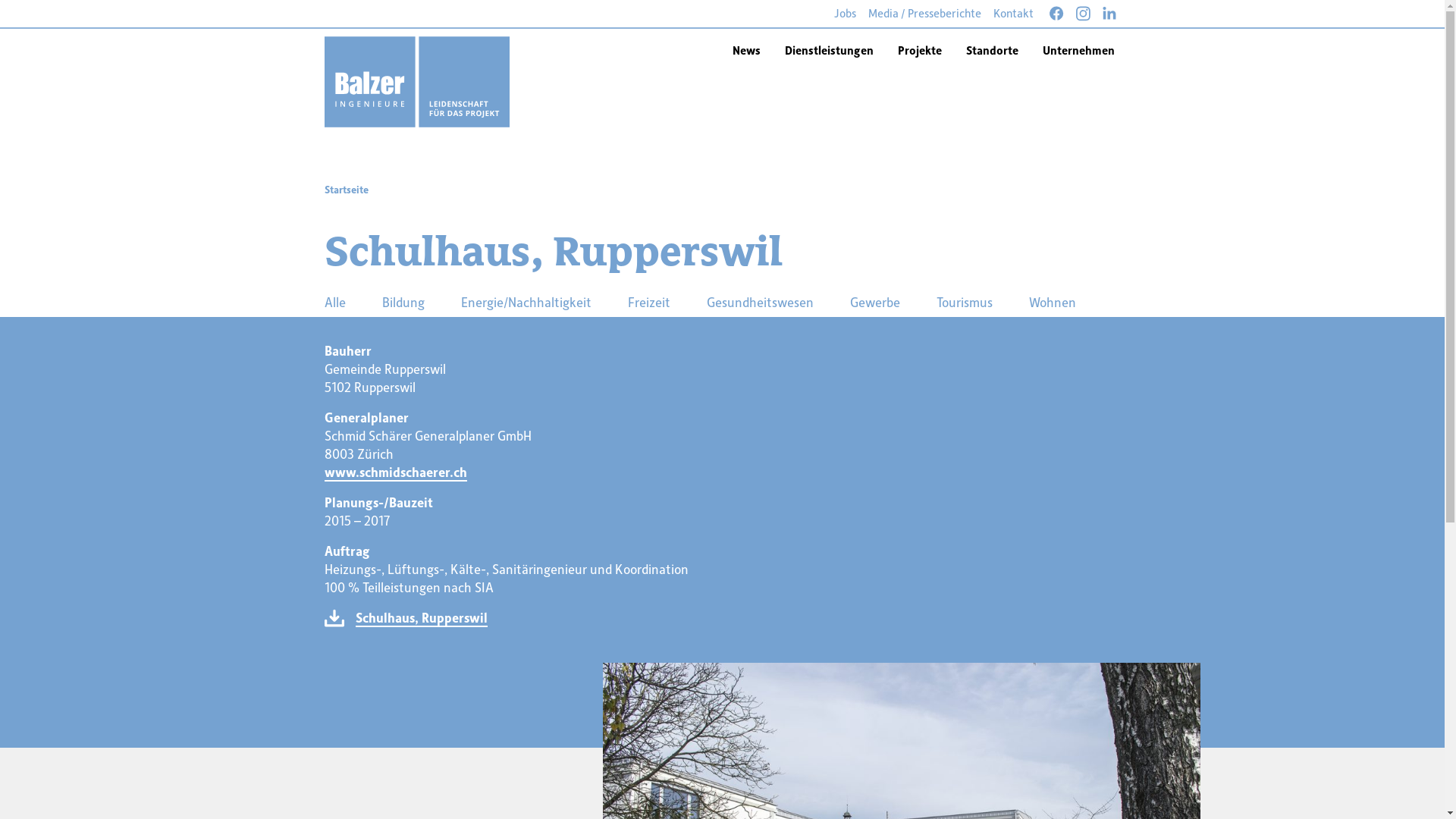 This screenshot has height=819, width=1456. What do you see at coordinates (323, 189) in the screenshot?
I see `'Startseite'` at bounding box center [323, 189].